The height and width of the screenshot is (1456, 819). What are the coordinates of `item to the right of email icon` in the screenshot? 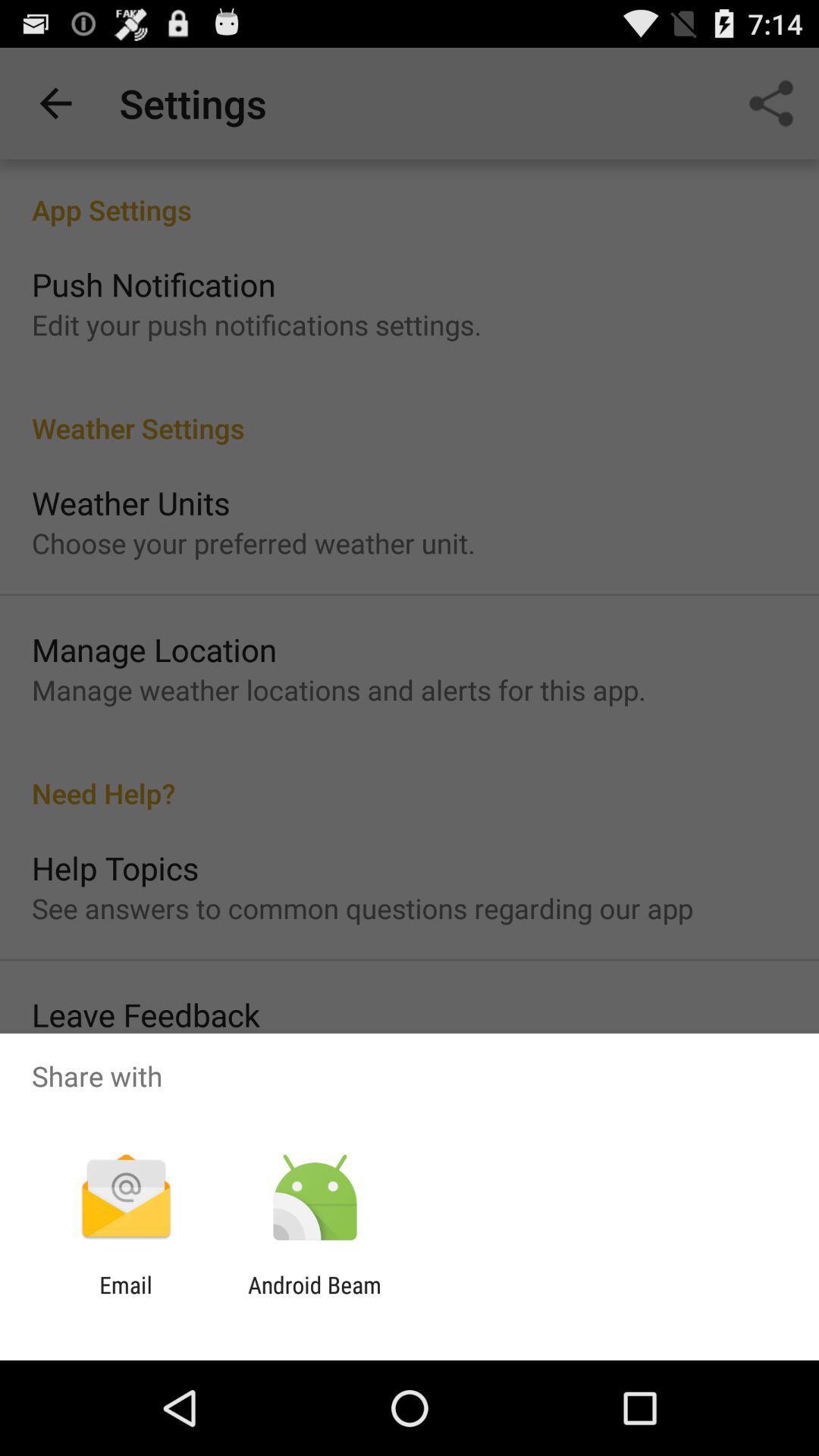 It's located at (314, 1298).